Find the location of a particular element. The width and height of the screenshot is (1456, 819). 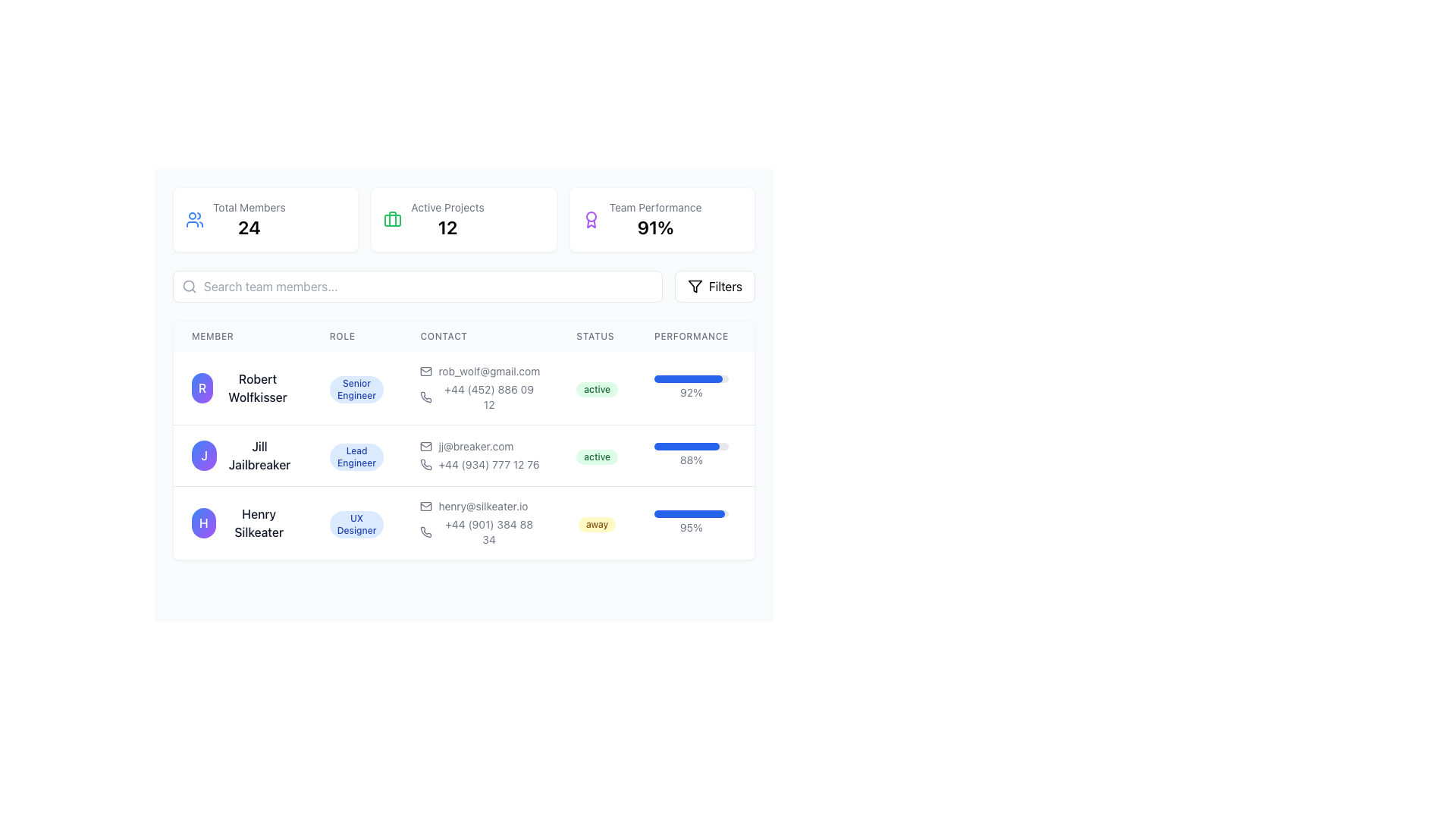

the 'Total Members' text label, which is styled with a gray font color and positioned above the number '24' in the metrics panel is located at coordinates (249, 207).